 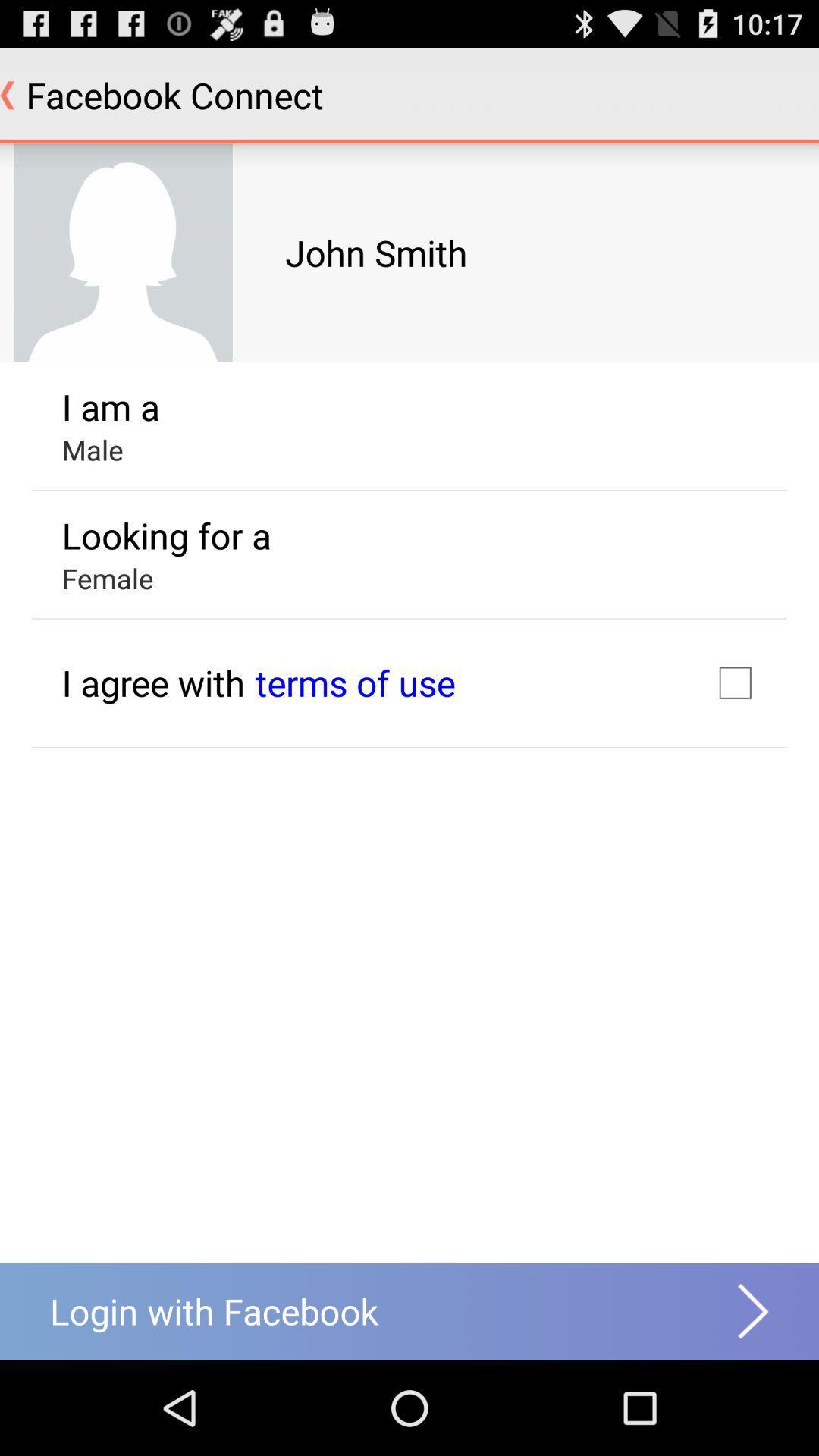 I want to click on i agree with, so click(x=153, y=682).